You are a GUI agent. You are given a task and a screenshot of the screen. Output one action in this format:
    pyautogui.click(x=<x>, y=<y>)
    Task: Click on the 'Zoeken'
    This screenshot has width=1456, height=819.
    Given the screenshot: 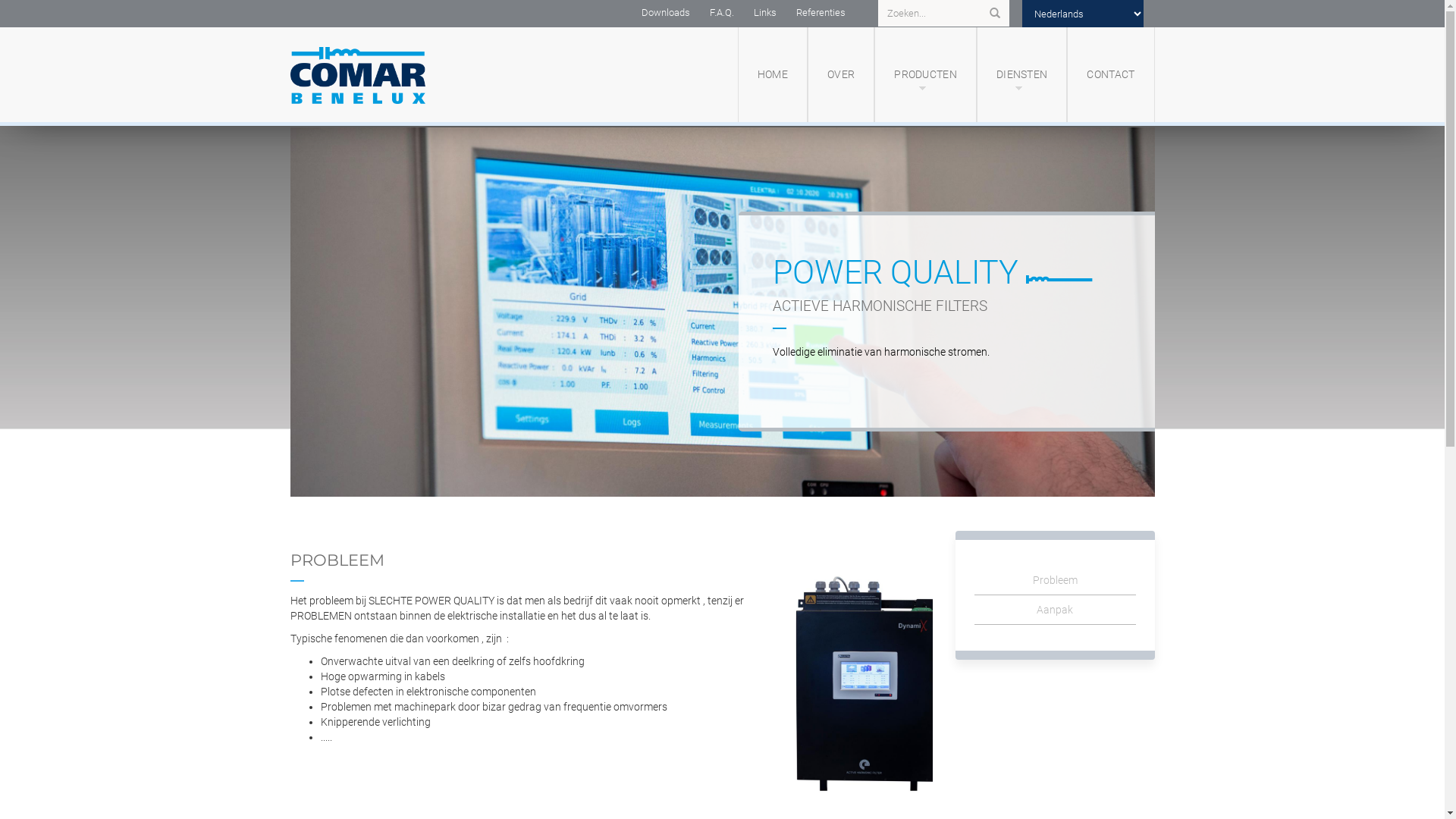 What is the action you would take?
    pyautogui.click(x=993, y=13)
    